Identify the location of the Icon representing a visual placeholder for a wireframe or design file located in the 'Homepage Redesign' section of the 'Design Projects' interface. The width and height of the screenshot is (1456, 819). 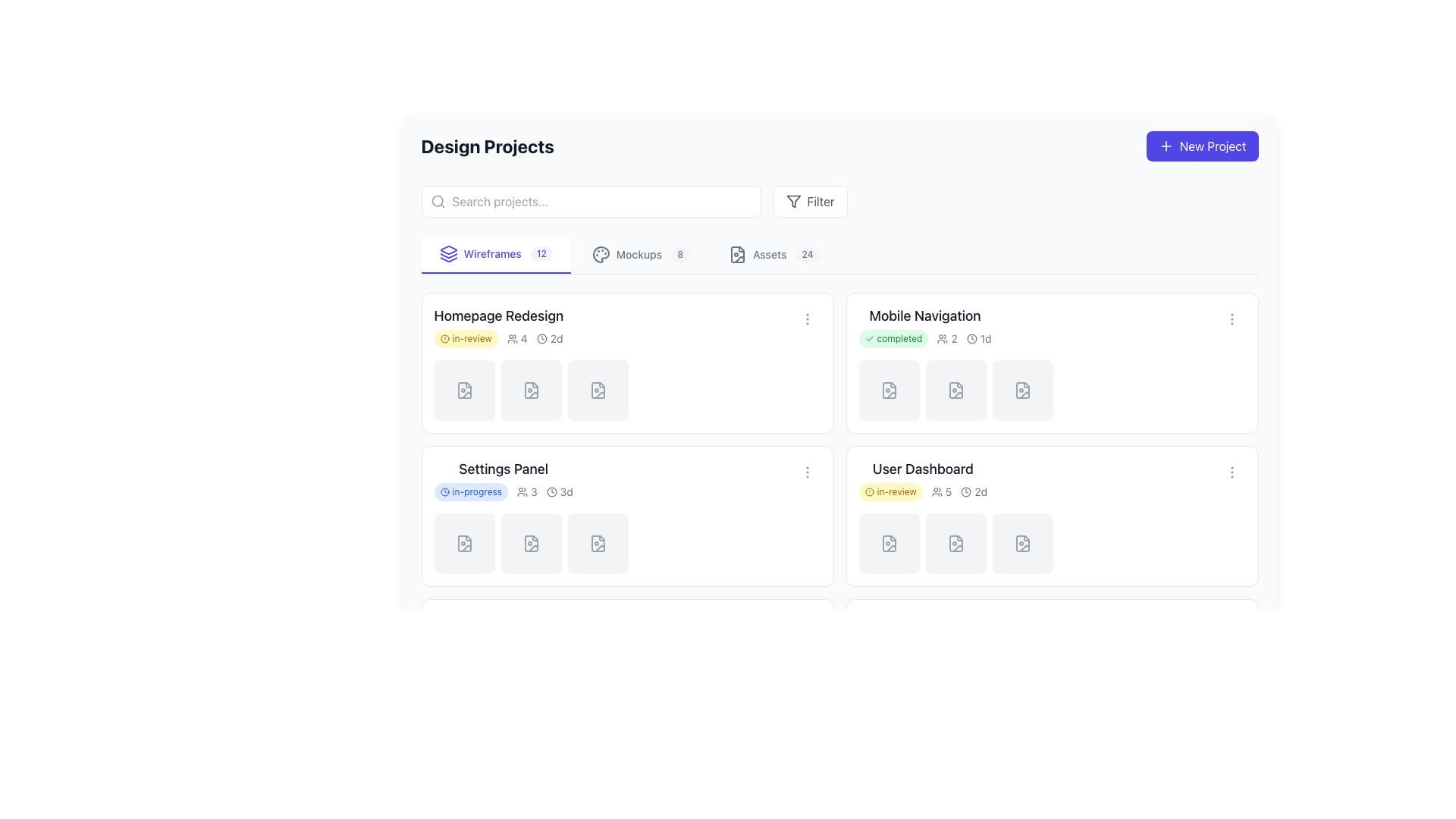
(463, 390).